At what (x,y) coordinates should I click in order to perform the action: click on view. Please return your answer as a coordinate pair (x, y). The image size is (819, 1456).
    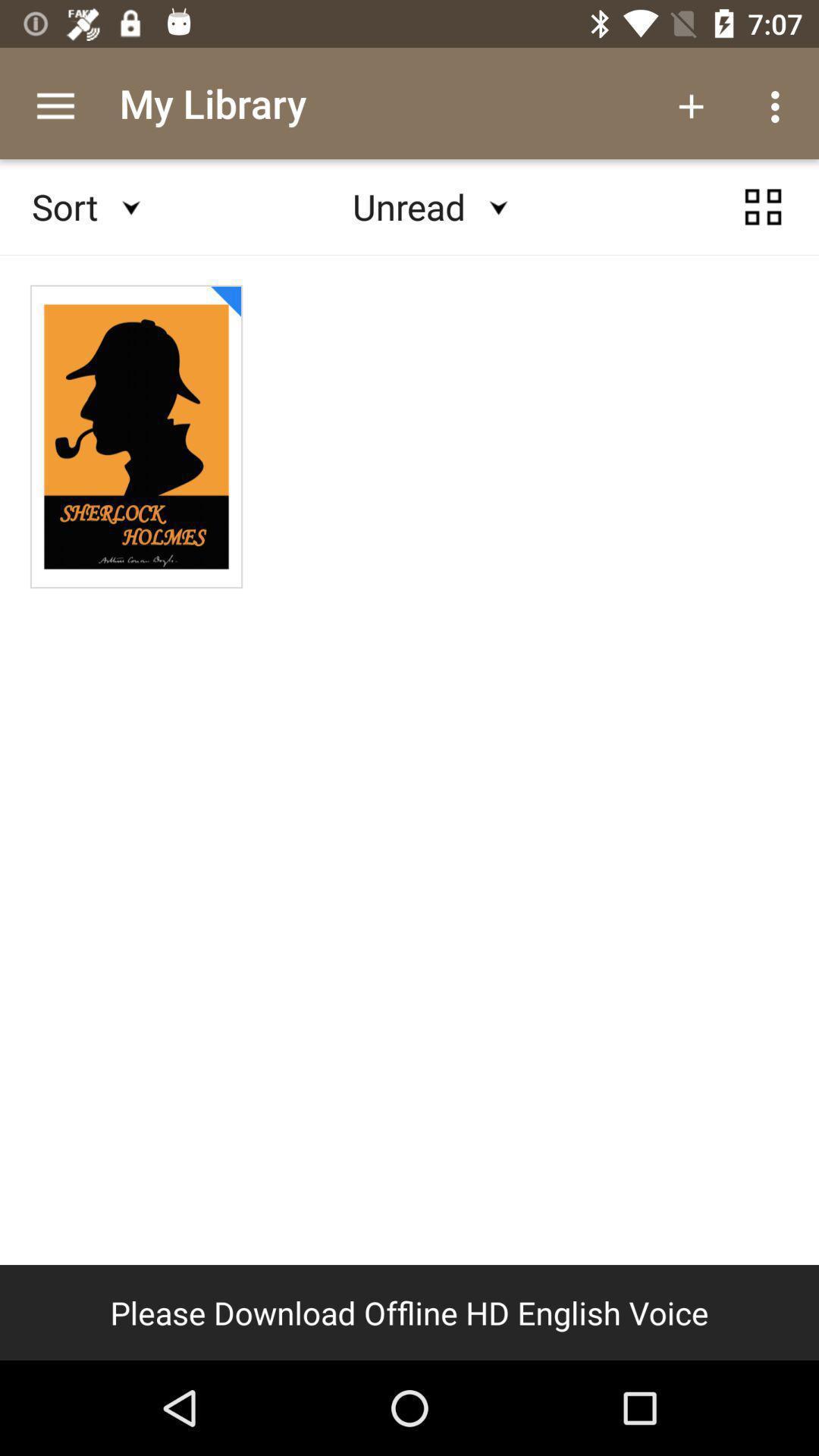
    Looking at the image, I should click on (763, 206).